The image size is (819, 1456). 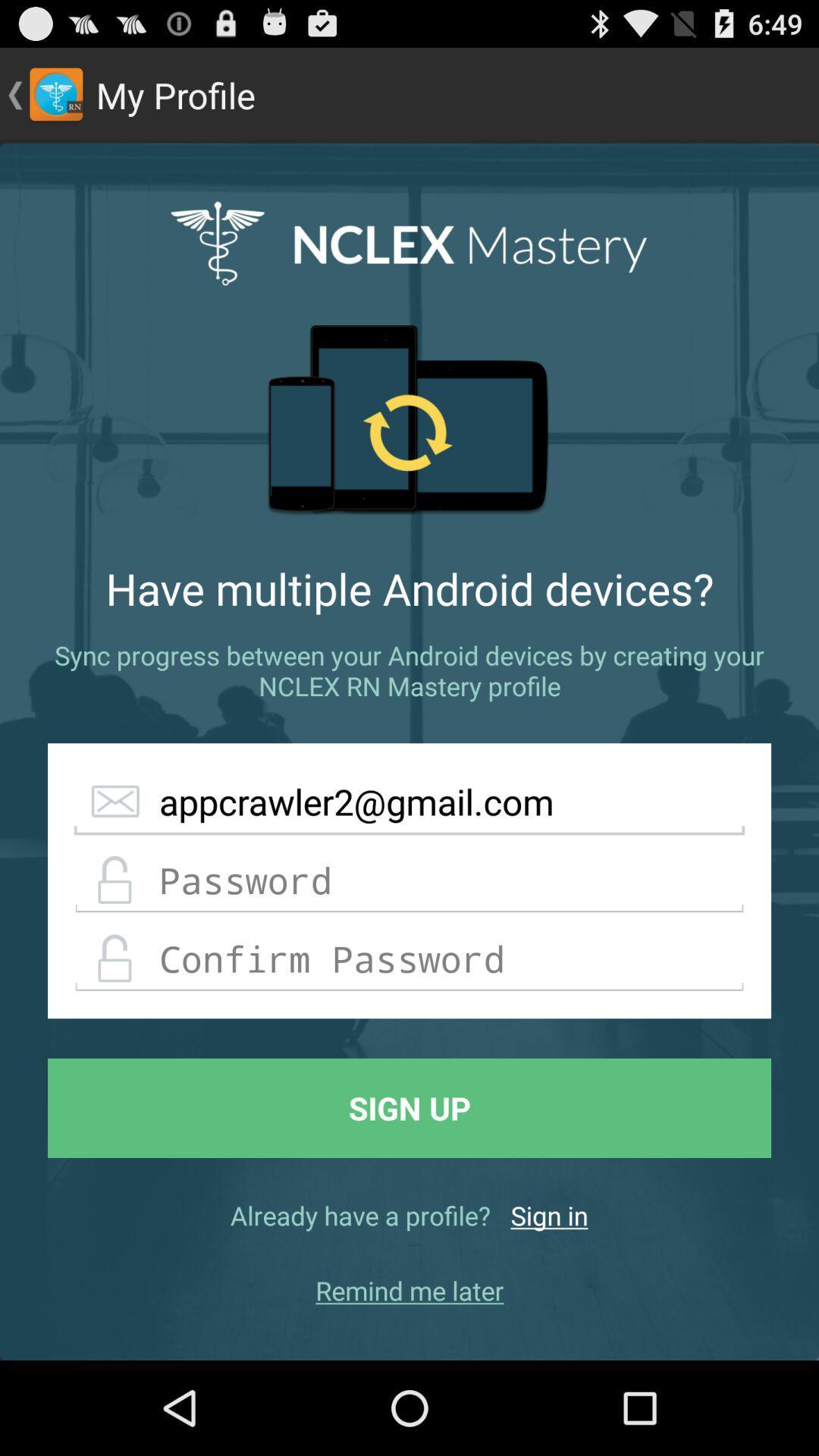 I want to click on confirm password, so click(x=409, y=959).